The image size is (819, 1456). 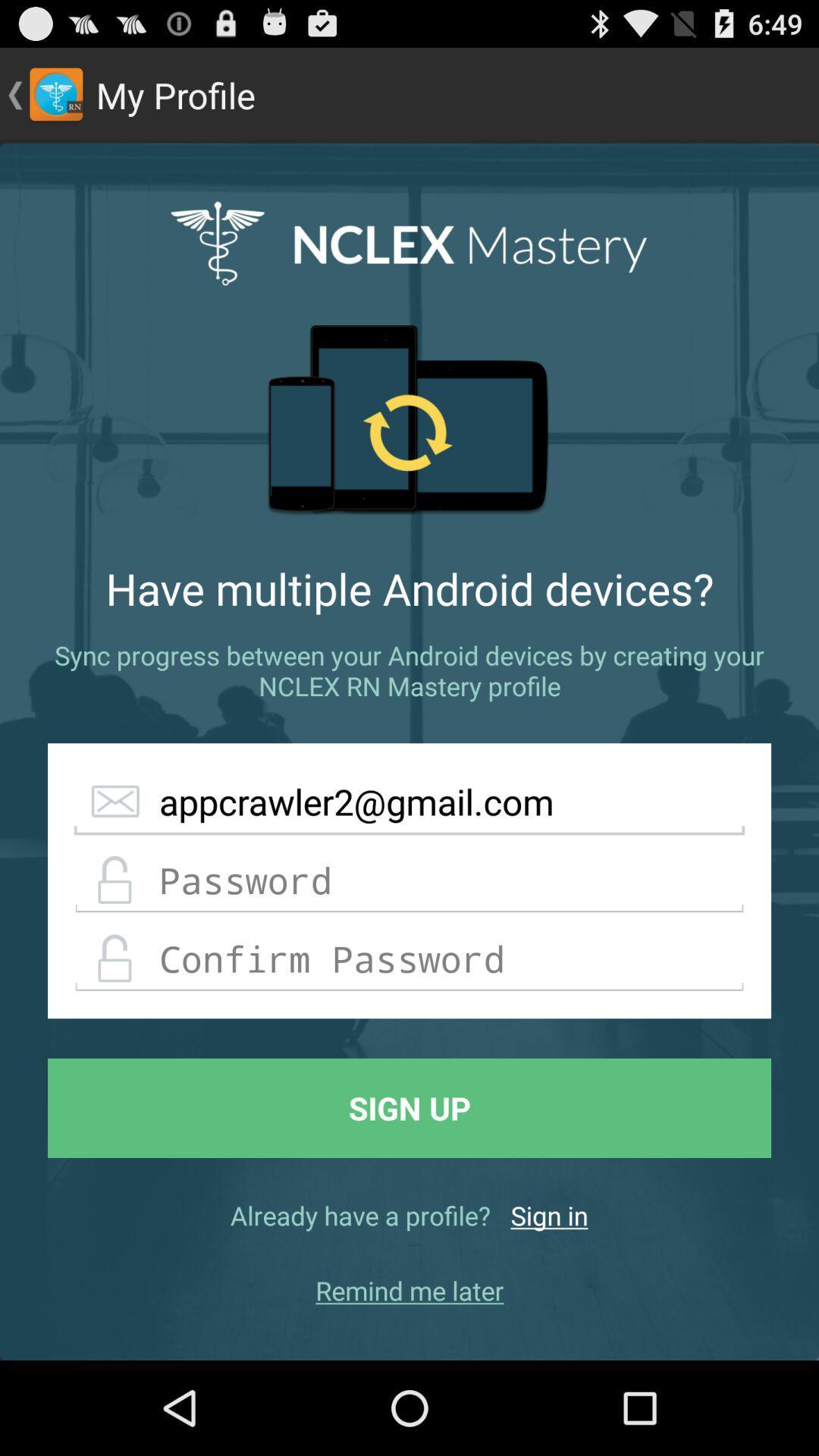 I want to click on confirm password, so click(x=409, y=959).